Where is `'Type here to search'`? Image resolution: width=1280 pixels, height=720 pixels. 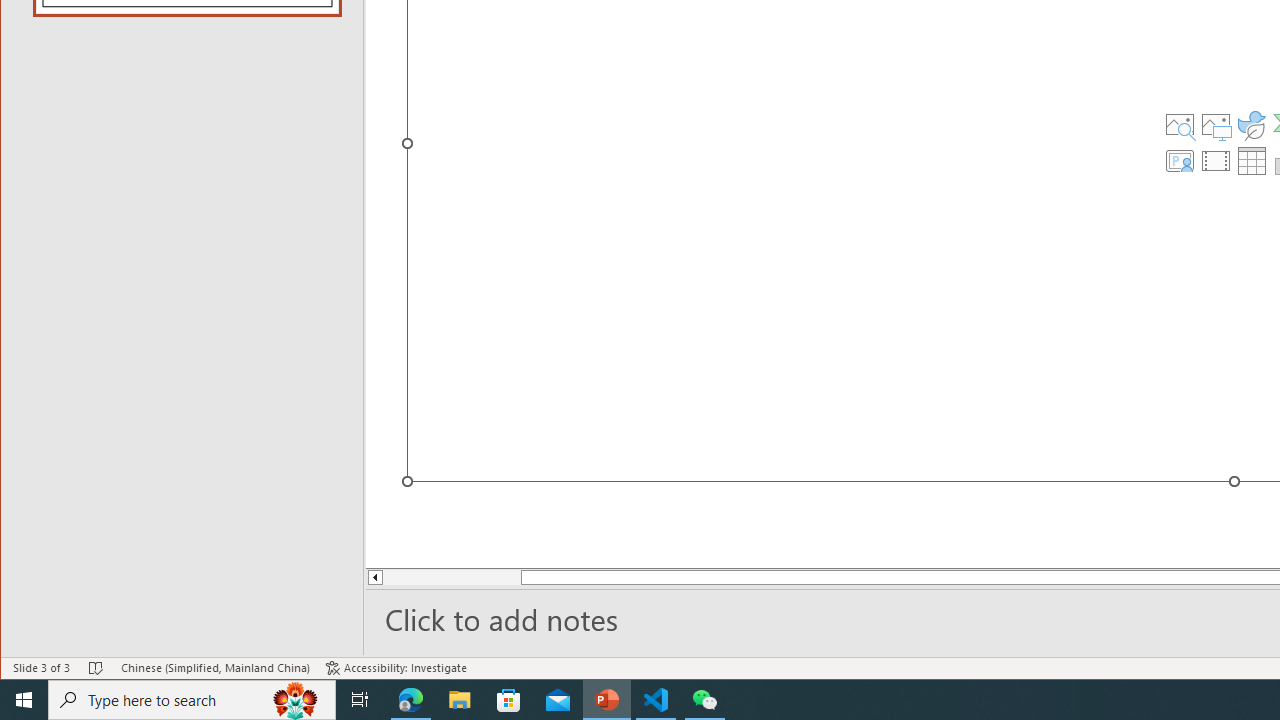
'Type here to search' is located at coordinates (192, 698).